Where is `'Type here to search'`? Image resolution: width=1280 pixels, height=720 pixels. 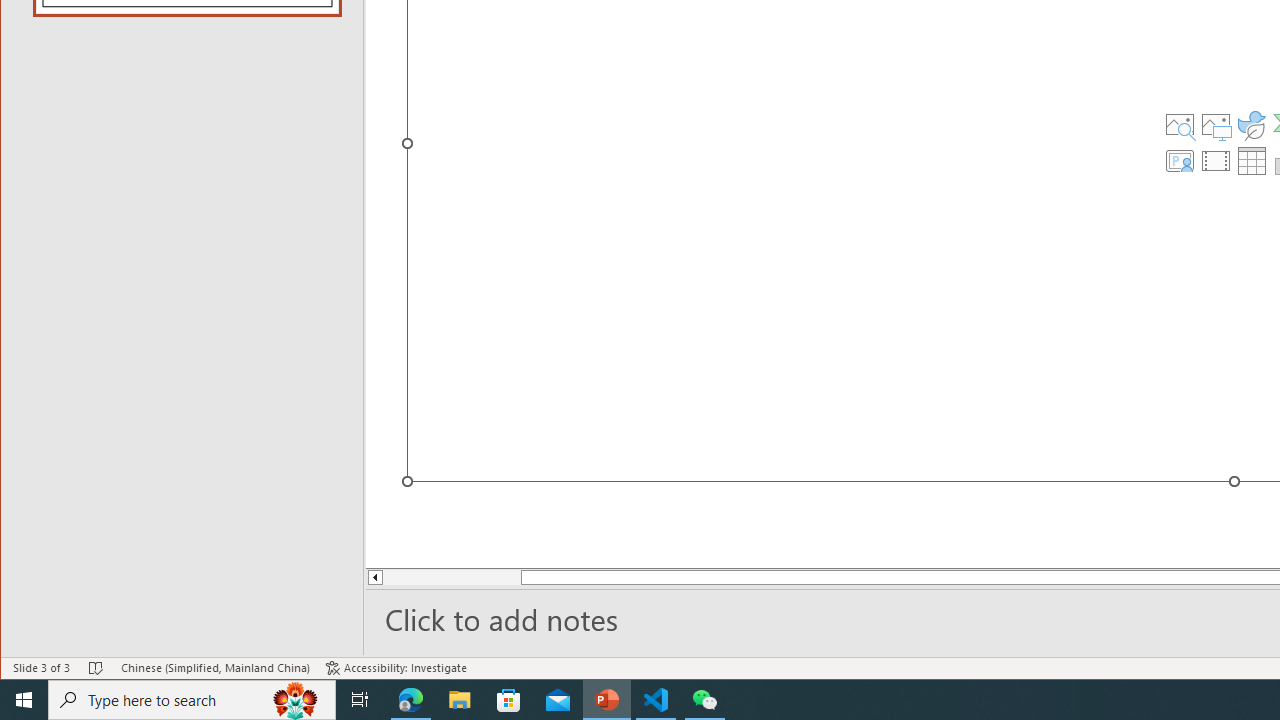
'Type here to search' is located at coordinates (192, 698).